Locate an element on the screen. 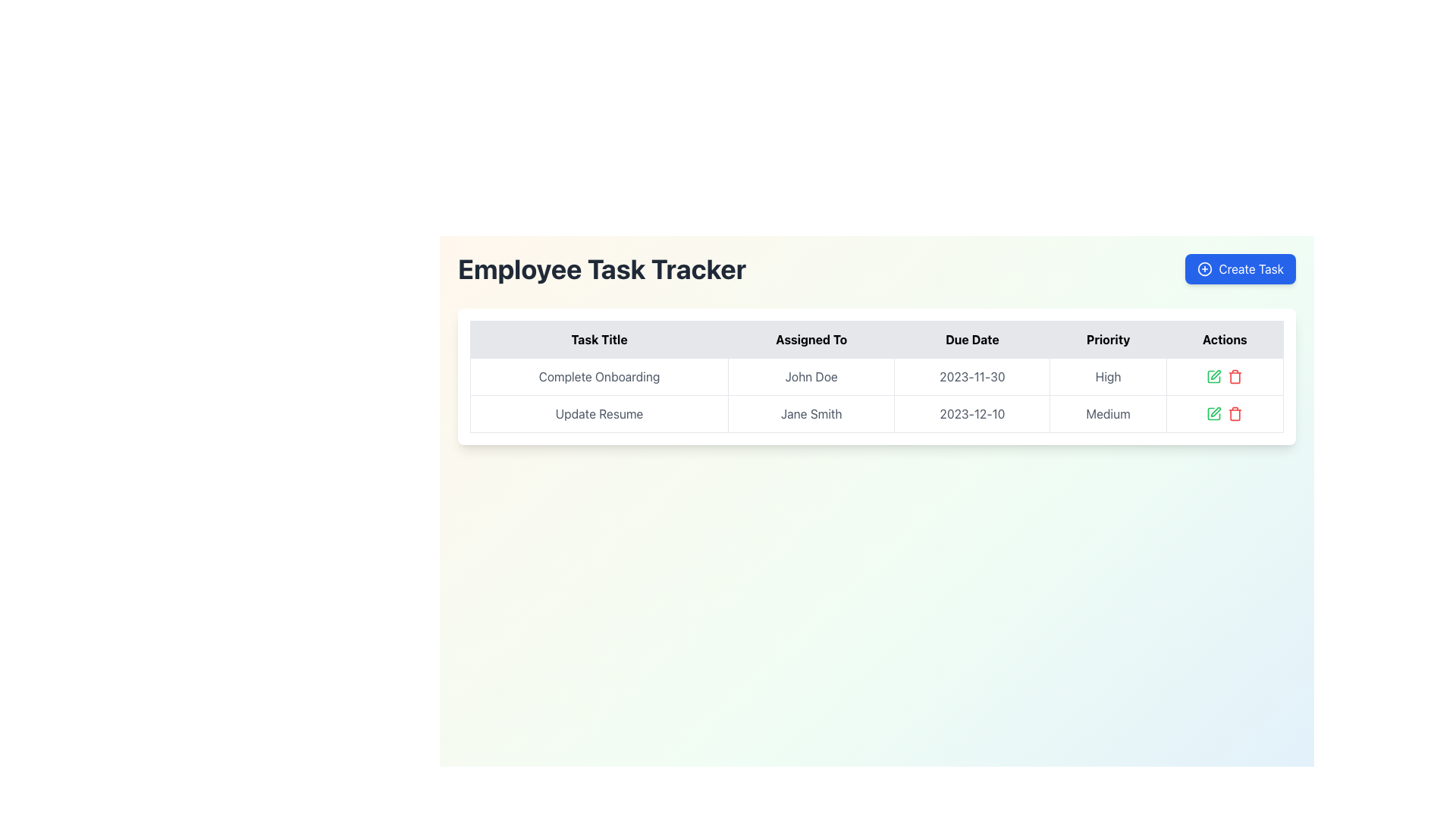 The image size is (1456, 819). the table row listing the task 'Update Resume' assigned to 'Jane Smith' with a due date of '2023-12-10' and priority 'Medium' is located at coordinates (877, 414).